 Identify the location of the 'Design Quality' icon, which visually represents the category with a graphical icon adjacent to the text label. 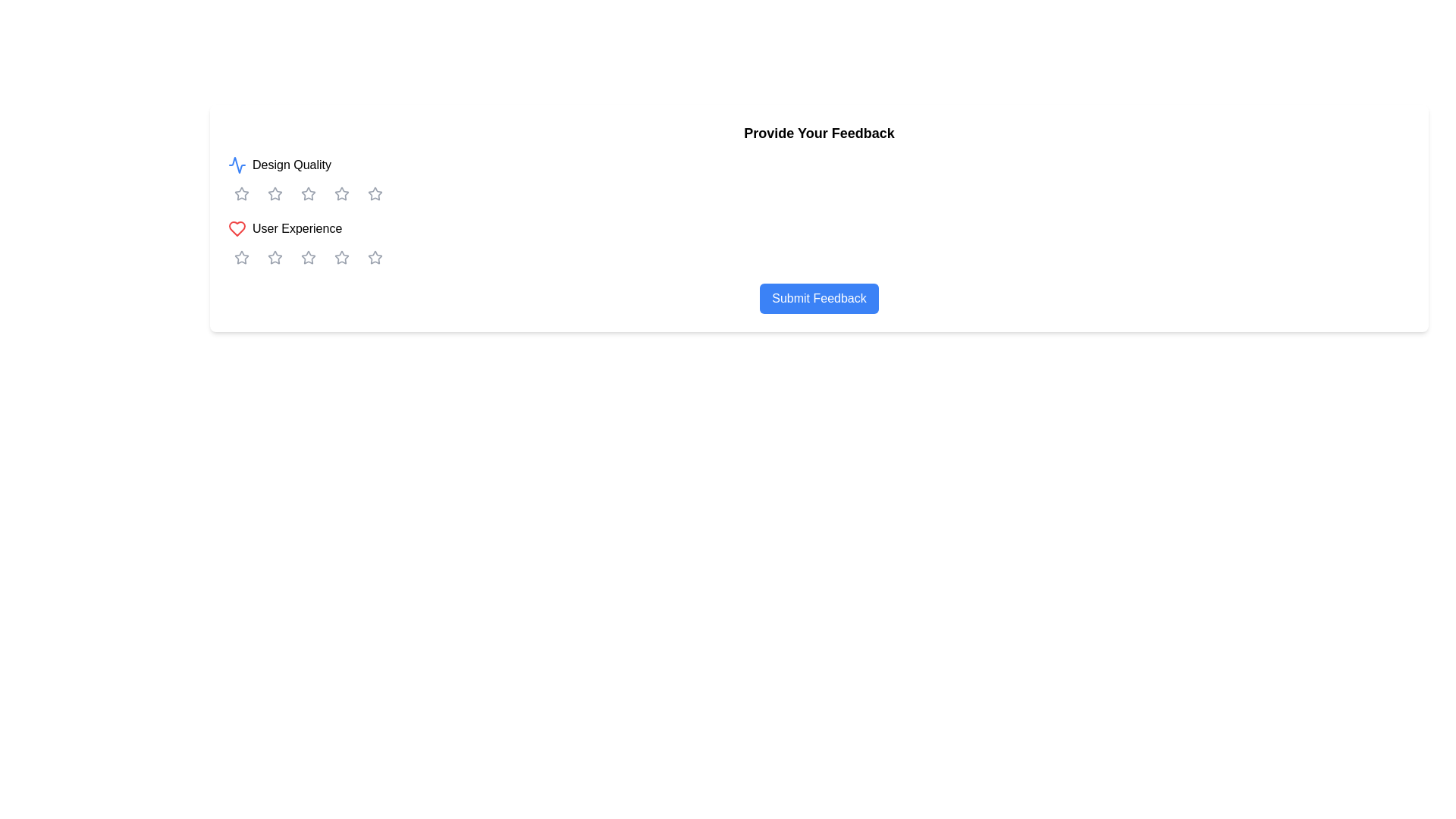
(236, 165).